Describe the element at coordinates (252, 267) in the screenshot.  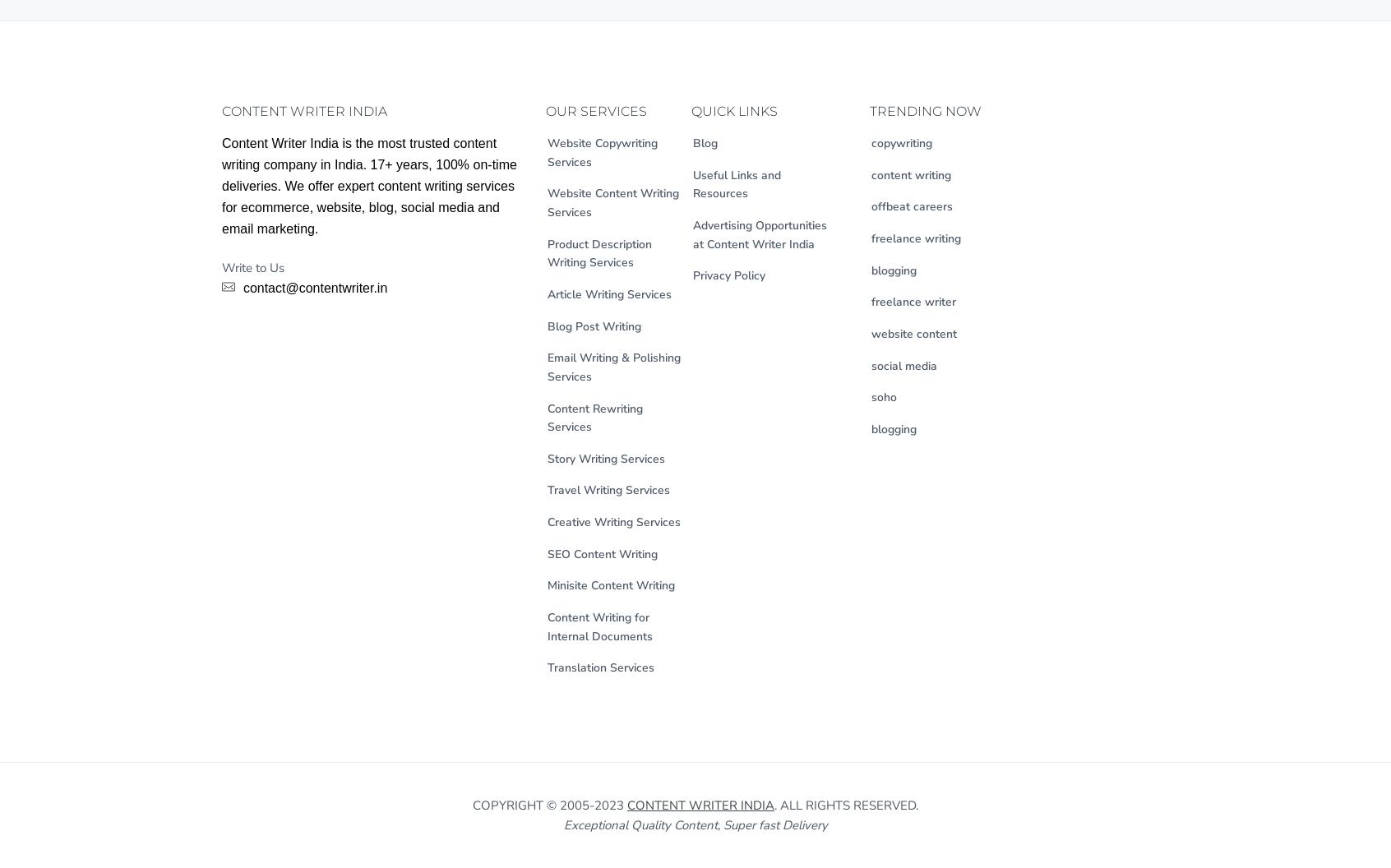
I see `'Write to Us'` at that location.